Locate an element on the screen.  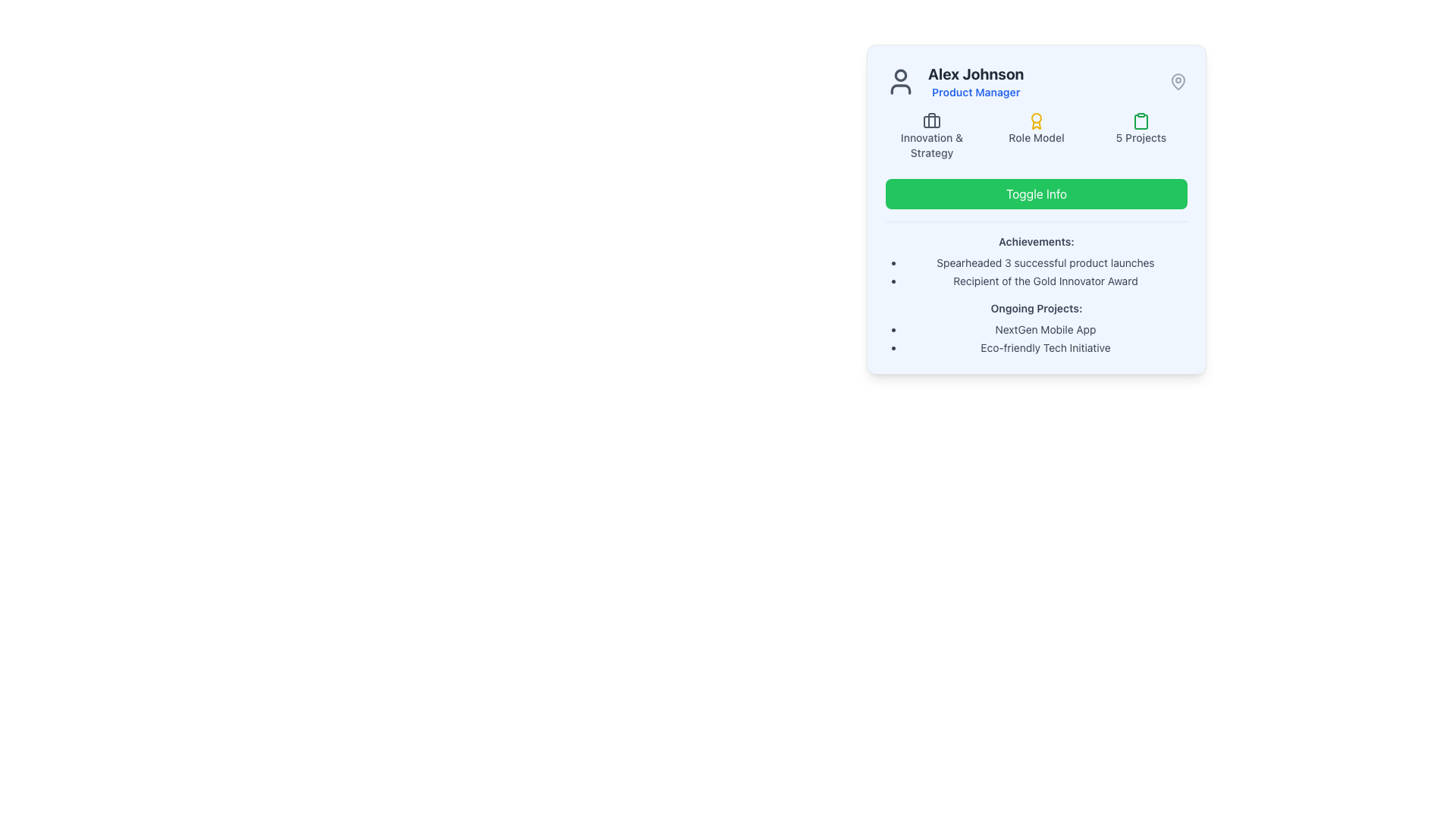
the bold text label displaying 'Ongoing Projects:' which is positioned below the 'Achievements:' heading in the professional achievements section is located at coordinates (1036, 308).